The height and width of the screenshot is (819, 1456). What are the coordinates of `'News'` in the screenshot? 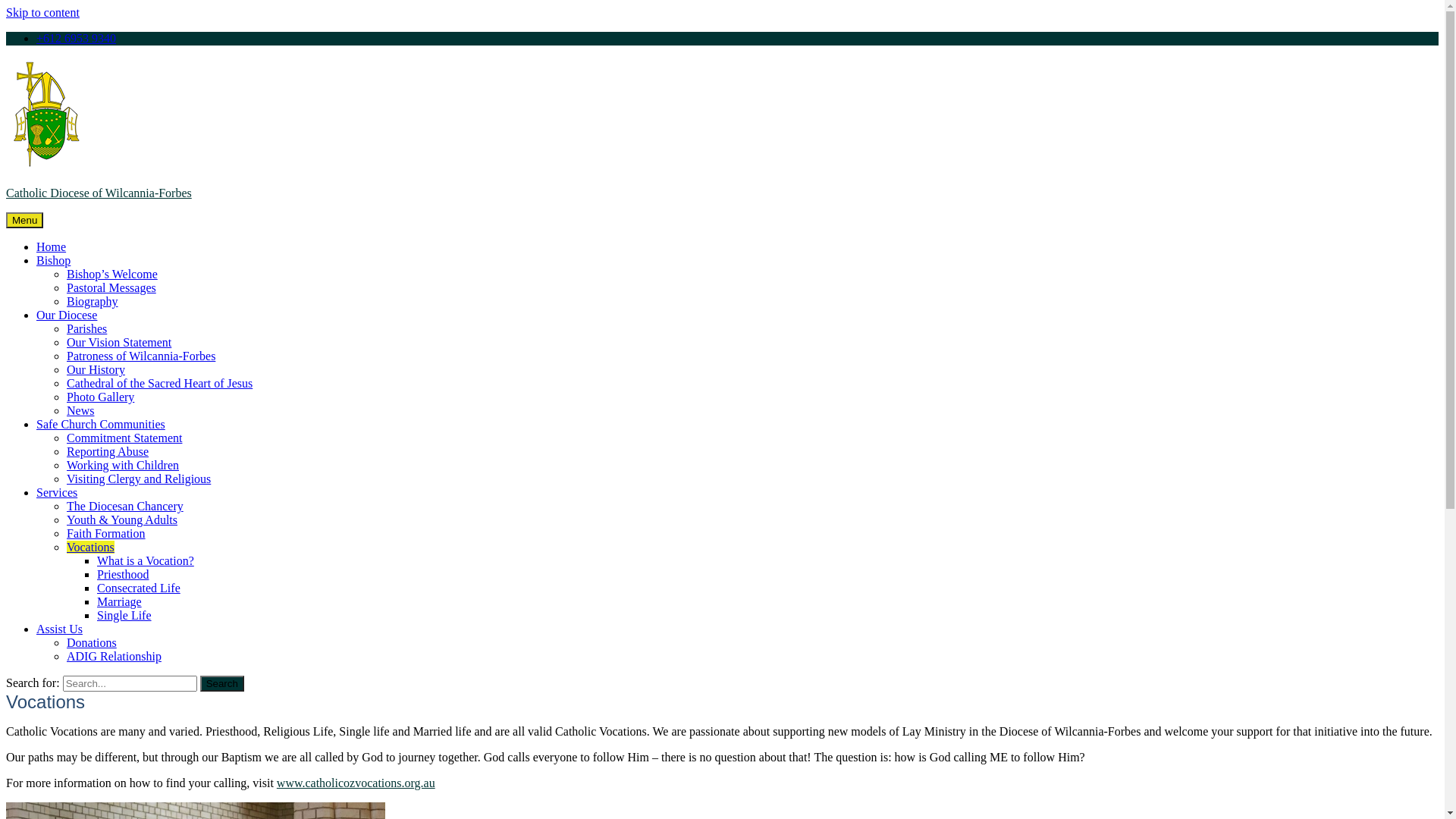 It's located at (79, 410).